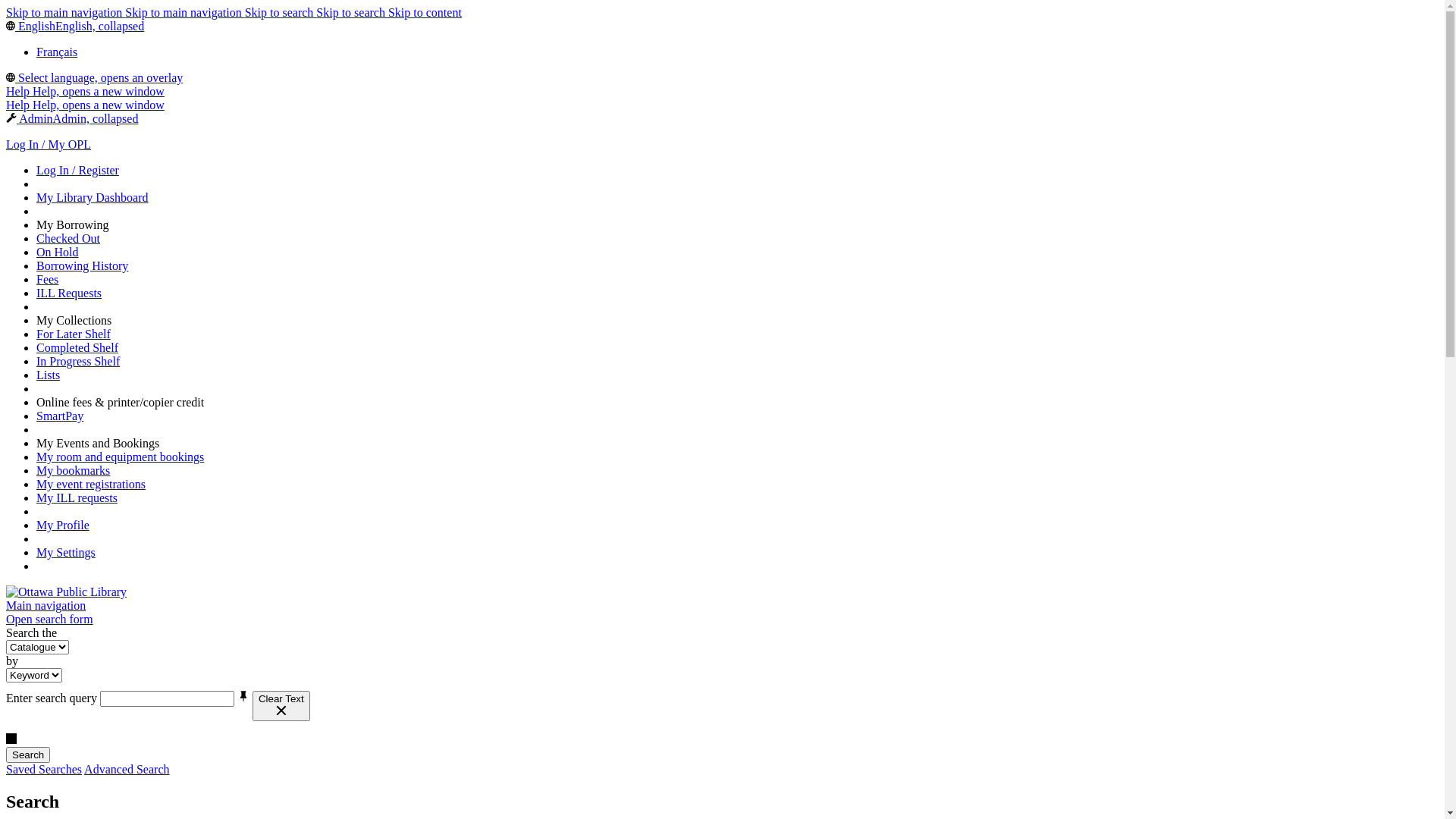  I want to click on 'Saved Searches', so click(43, 769).